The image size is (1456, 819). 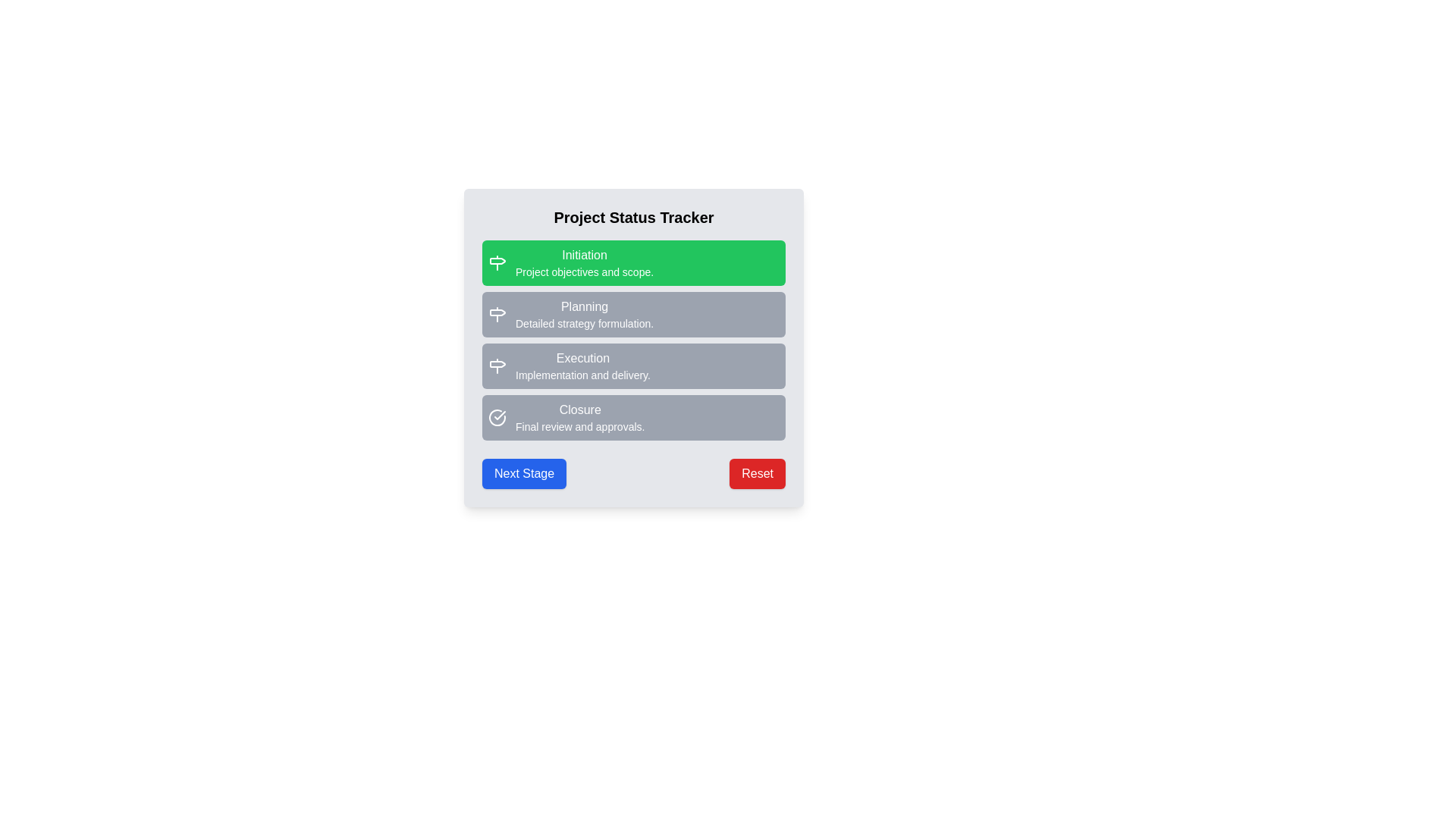 What do you see at coordinates (584, 271) in the screenshot?
I see `the informational text label located directly below the 'Initiation' text within the green rectangular segment of the Project Status Tracker interface` at bounding box center [584, 271].